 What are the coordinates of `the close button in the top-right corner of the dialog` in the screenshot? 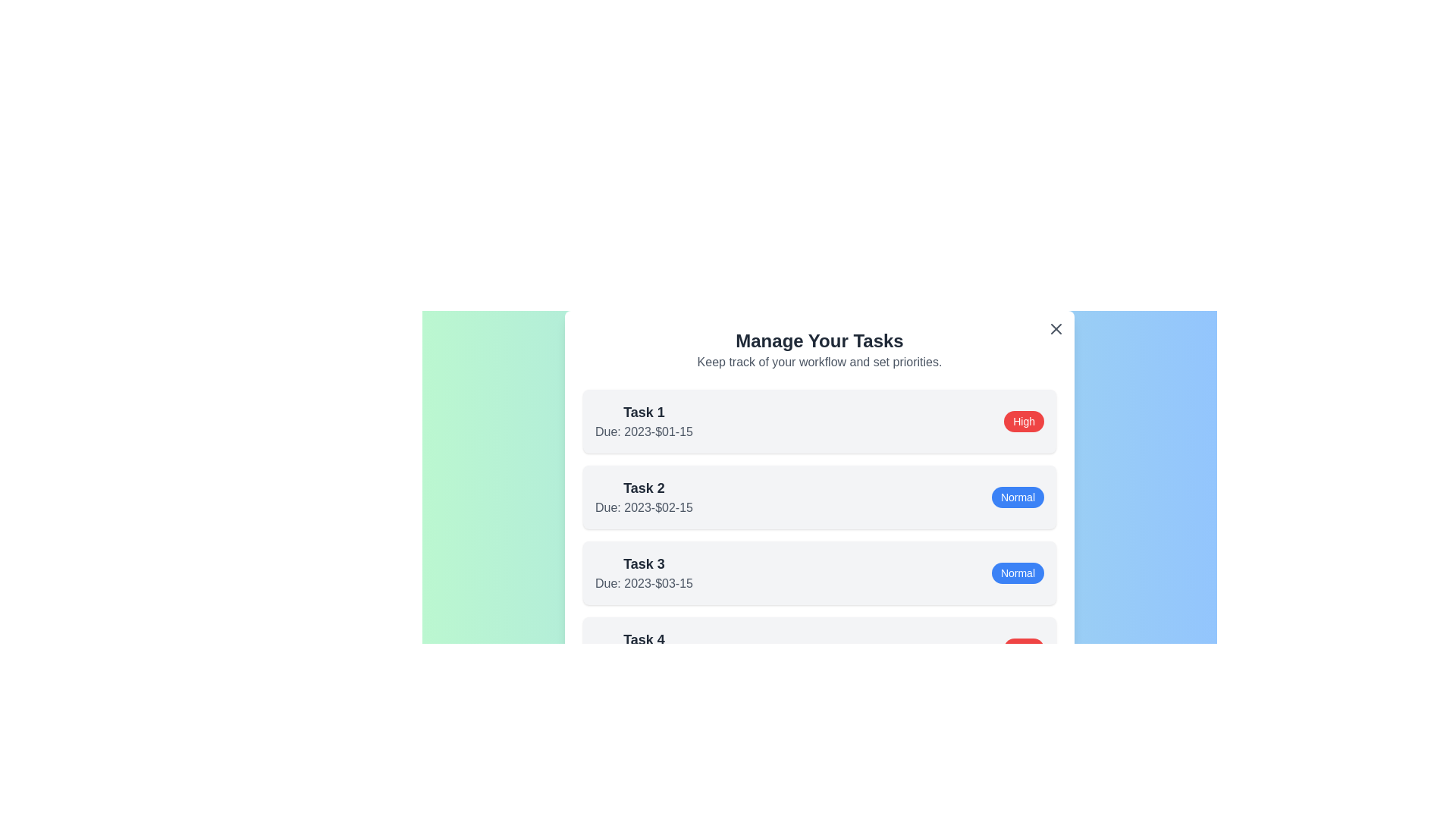 It's located at (1055, 328).